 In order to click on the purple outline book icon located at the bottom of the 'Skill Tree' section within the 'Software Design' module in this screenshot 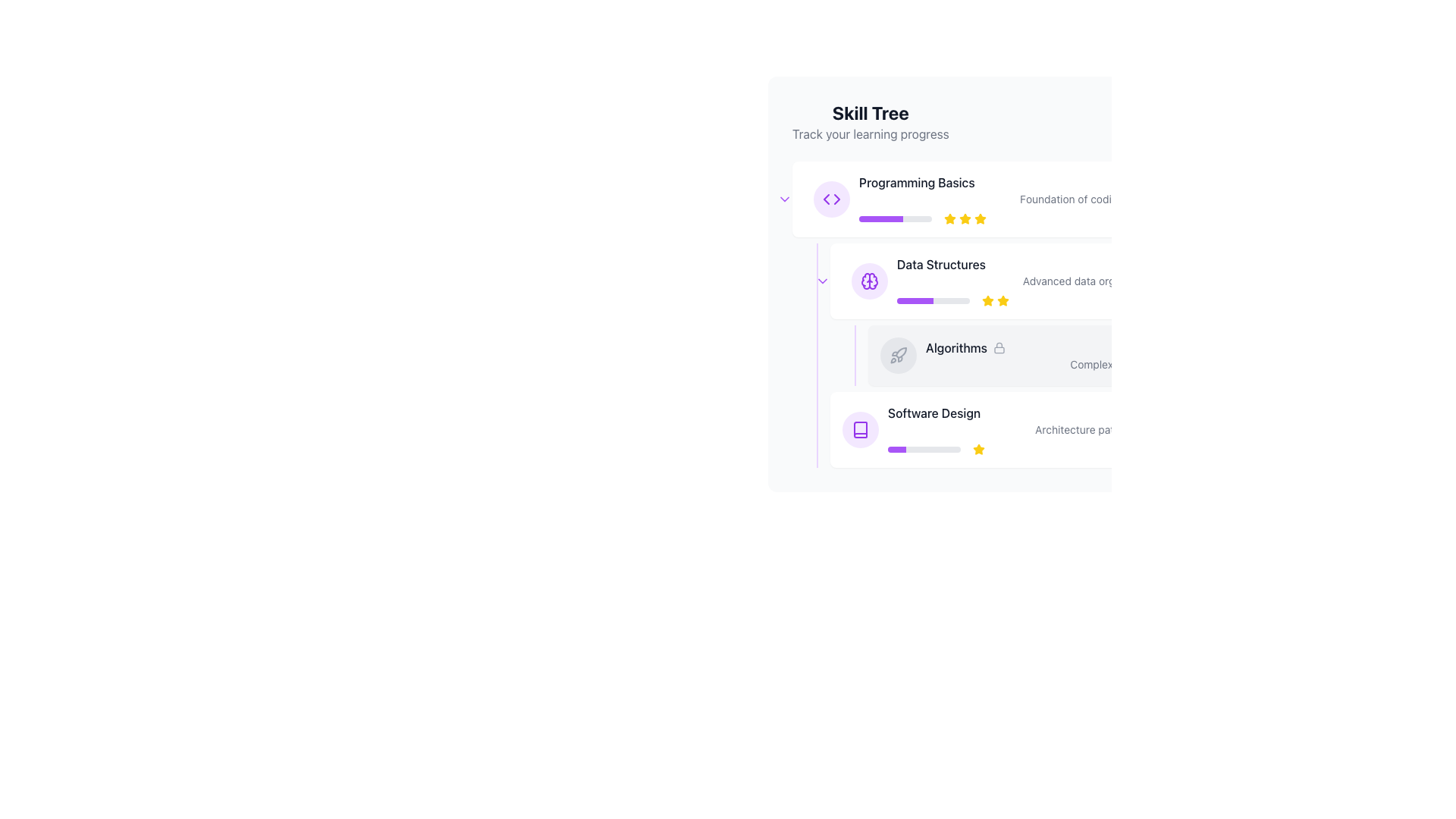, I will do `click(860, 430)`.